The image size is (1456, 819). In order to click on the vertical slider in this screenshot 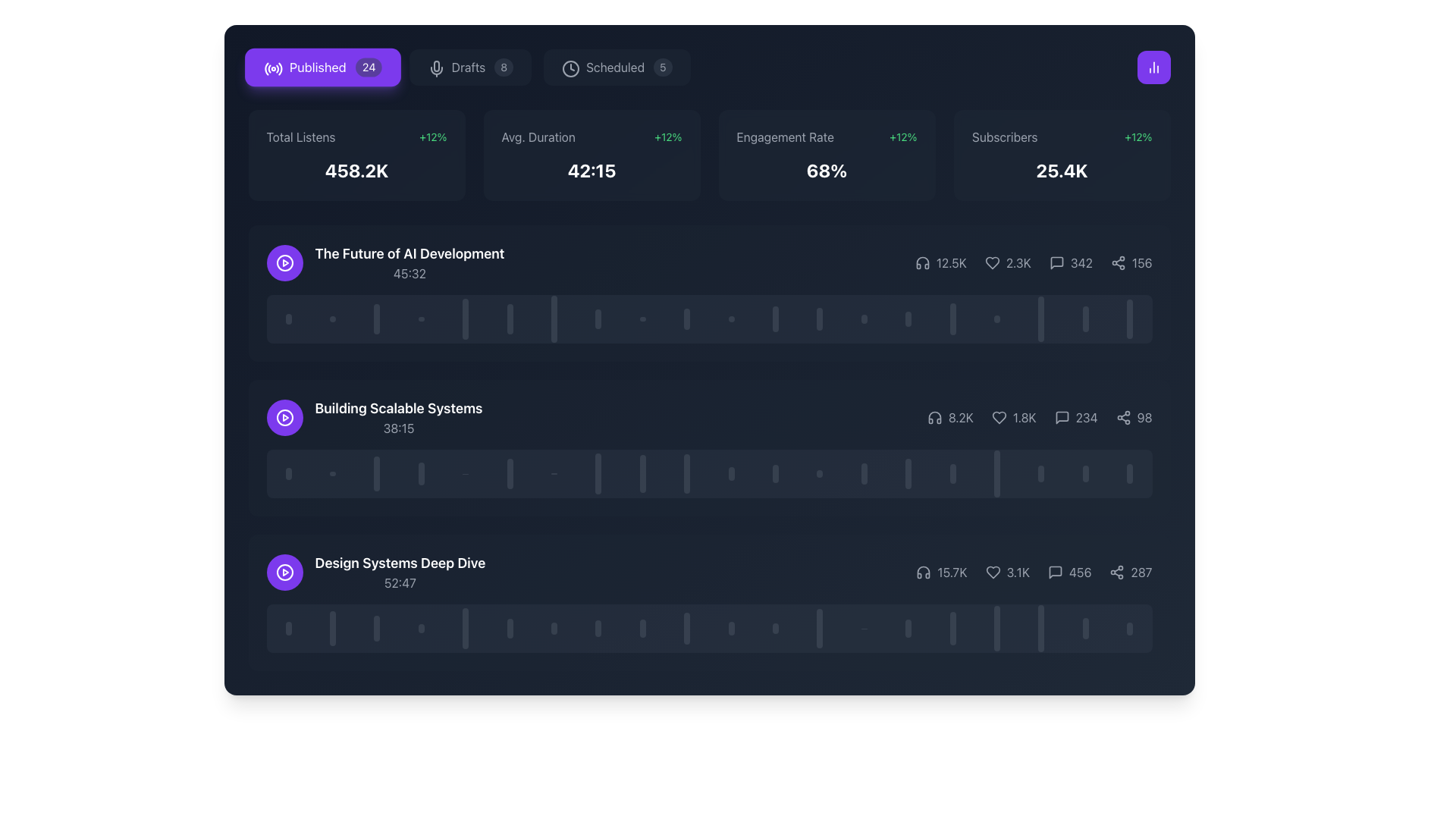, I will do `click(952, 620)`.